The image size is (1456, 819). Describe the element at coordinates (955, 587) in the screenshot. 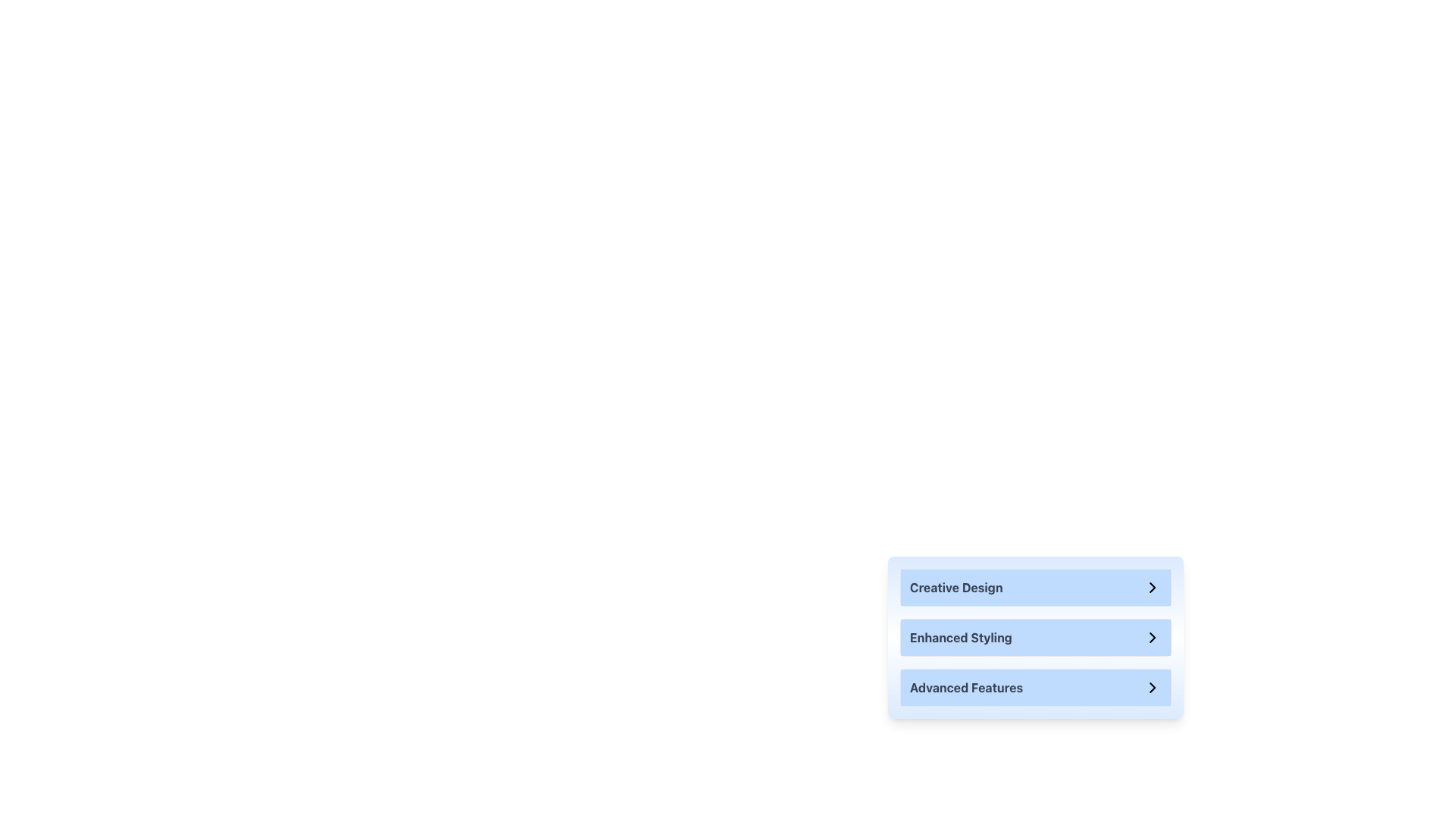

I see `the 'Creative Design' text label in the menu, which is located in the top row of a vertical stack of similar styled elements` at that location.